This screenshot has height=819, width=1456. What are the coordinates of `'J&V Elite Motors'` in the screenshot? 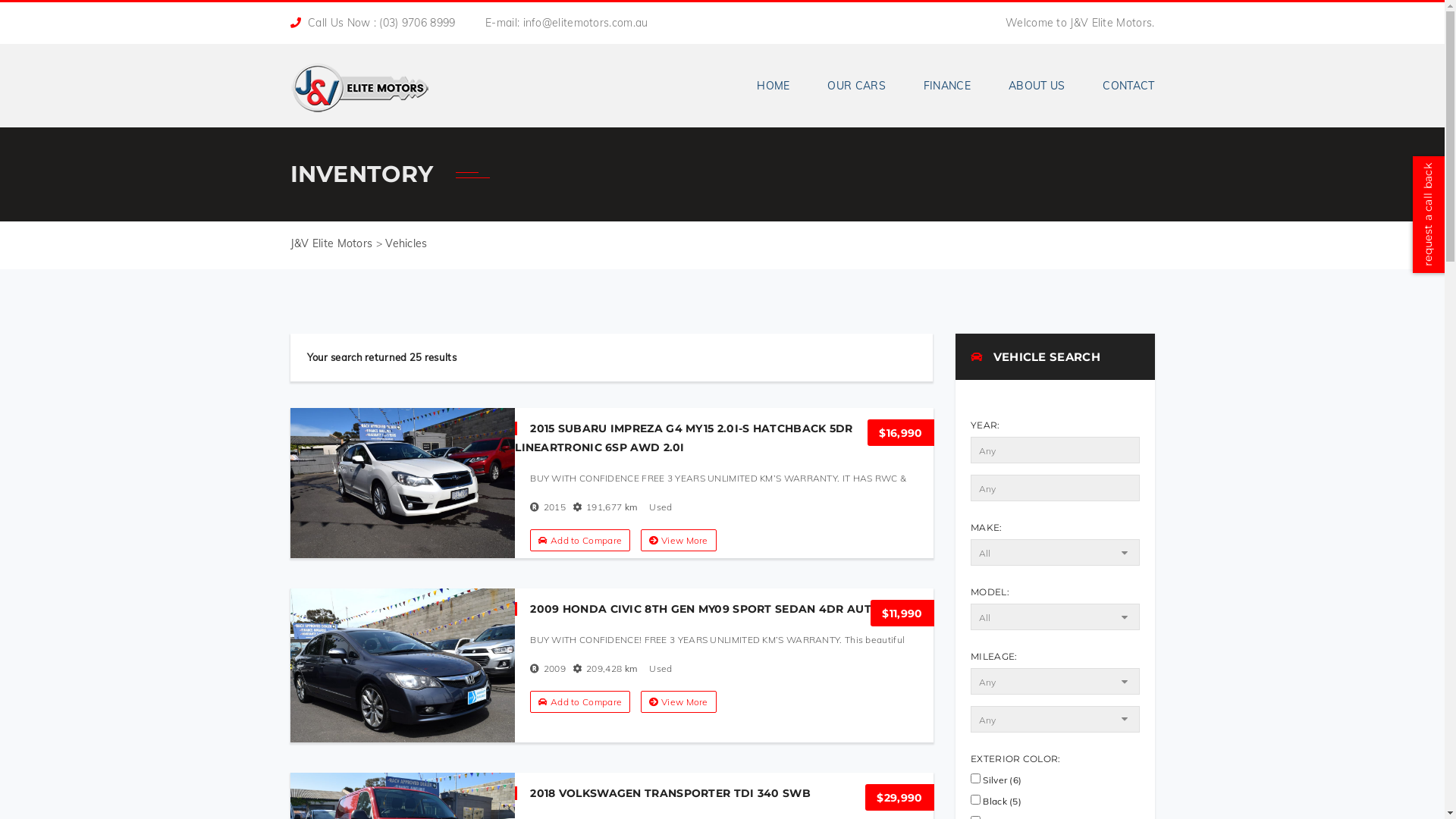 It's located at (358, 82).